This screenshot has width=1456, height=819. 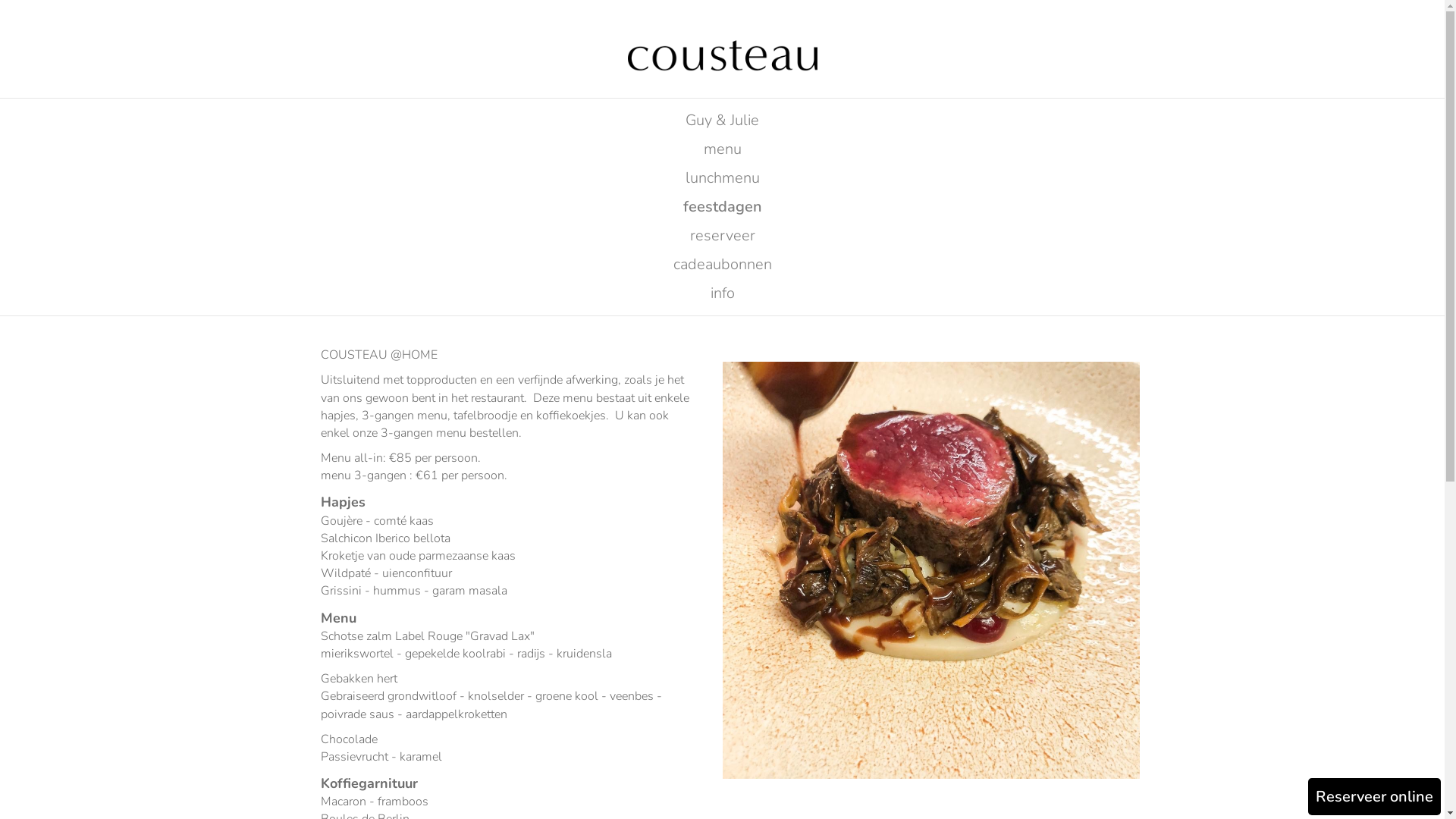 I want to click on 'info', so click(x=720, y=293).